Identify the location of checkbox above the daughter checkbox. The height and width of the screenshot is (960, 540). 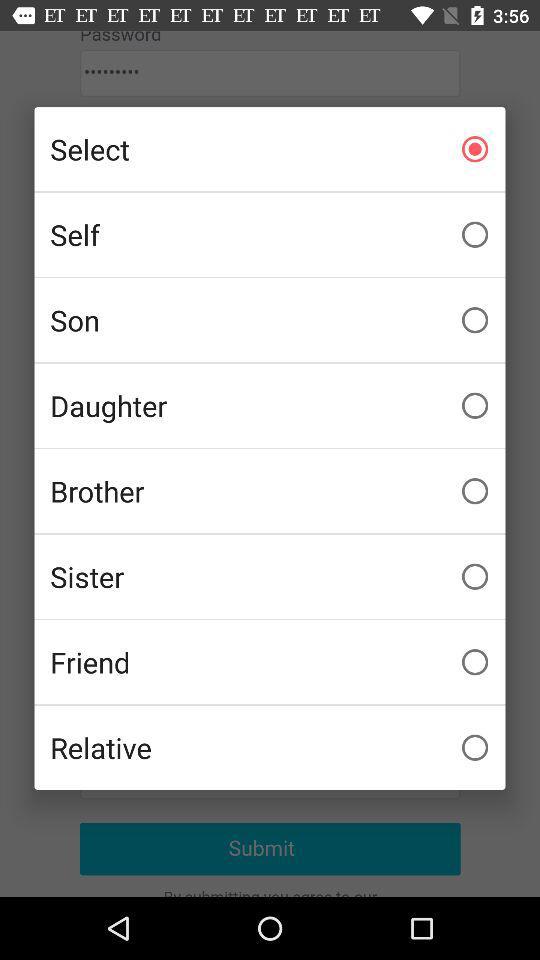
(270, 320).